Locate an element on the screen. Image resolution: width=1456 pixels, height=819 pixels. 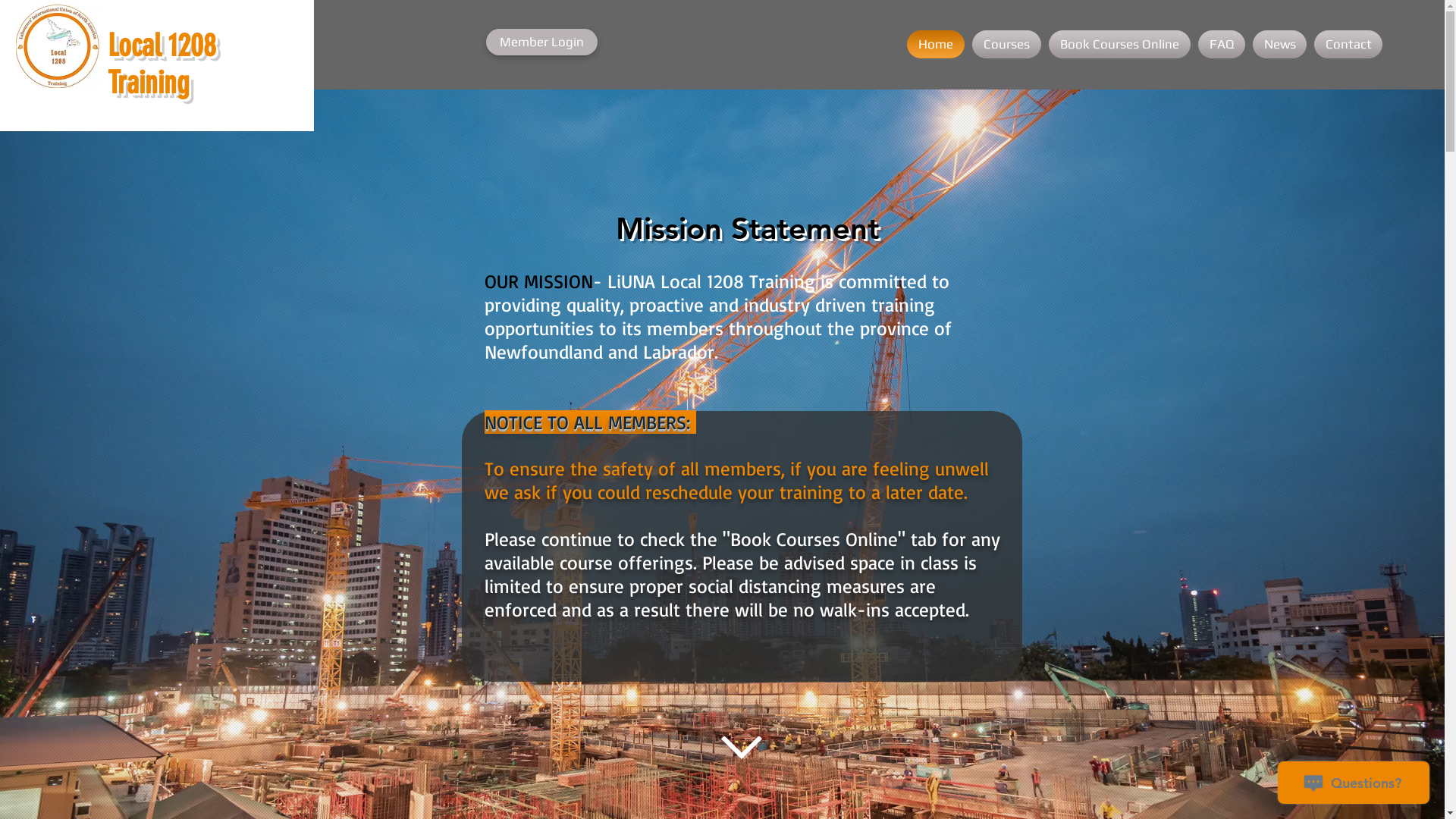
'Contact' is located at coordinates (1346, 43).